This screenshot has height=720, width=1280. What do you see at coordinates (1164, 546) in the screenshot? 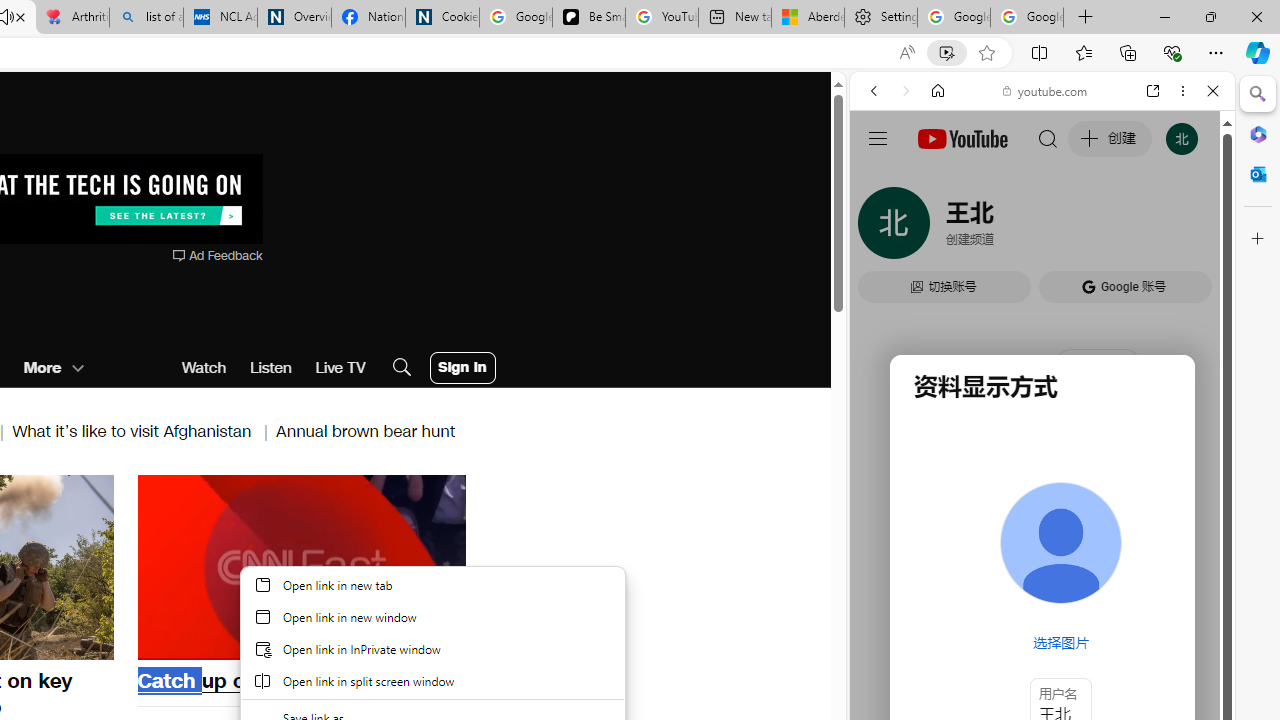
I see `'Show More Music'` at bounding box center [1164, 546].